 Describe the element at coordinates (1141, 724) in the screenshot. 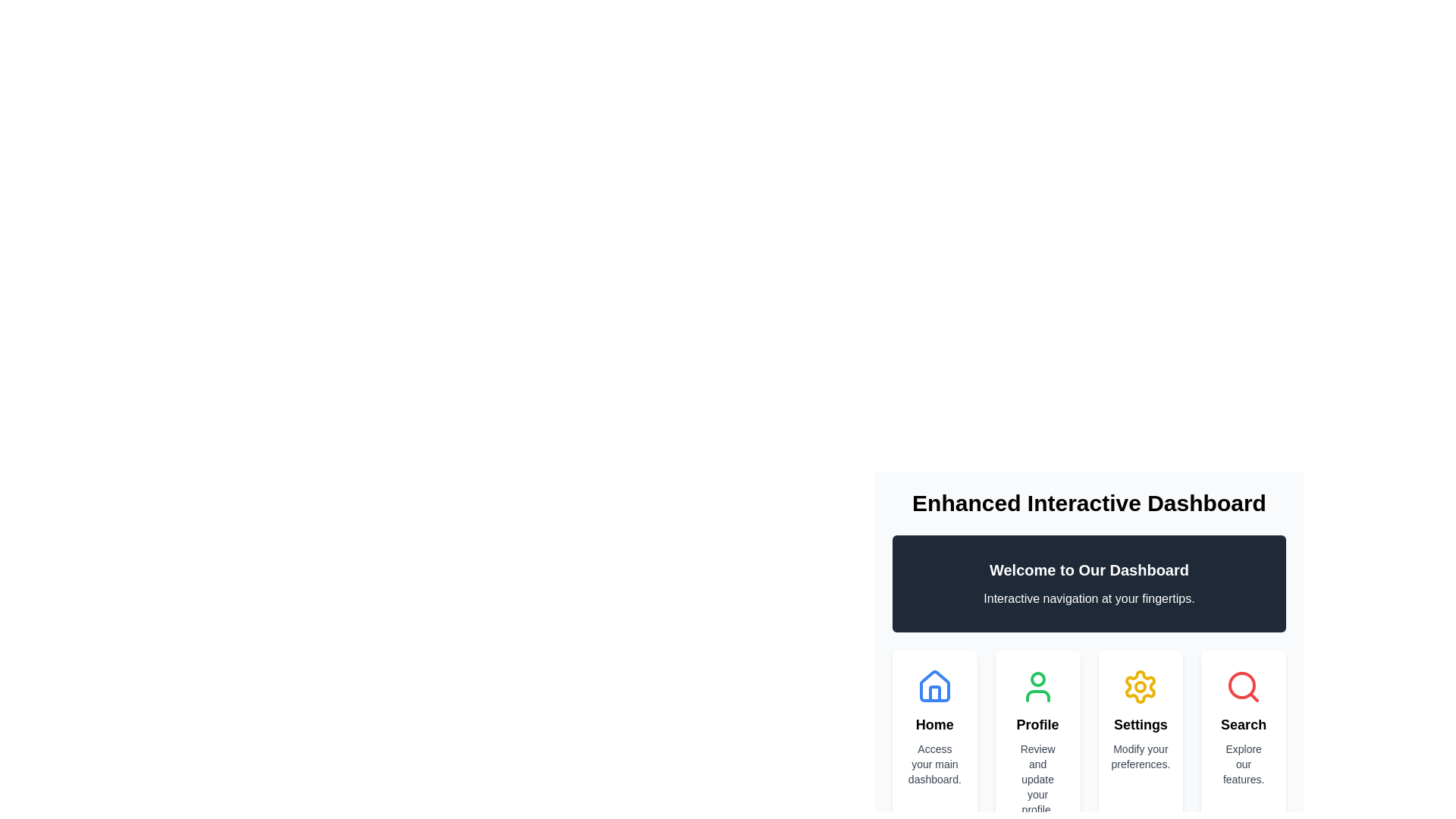

I see `the text label at the top center of the card section labeled 'Settings', which is positioned in the third slot of a row of four cards` at that location.